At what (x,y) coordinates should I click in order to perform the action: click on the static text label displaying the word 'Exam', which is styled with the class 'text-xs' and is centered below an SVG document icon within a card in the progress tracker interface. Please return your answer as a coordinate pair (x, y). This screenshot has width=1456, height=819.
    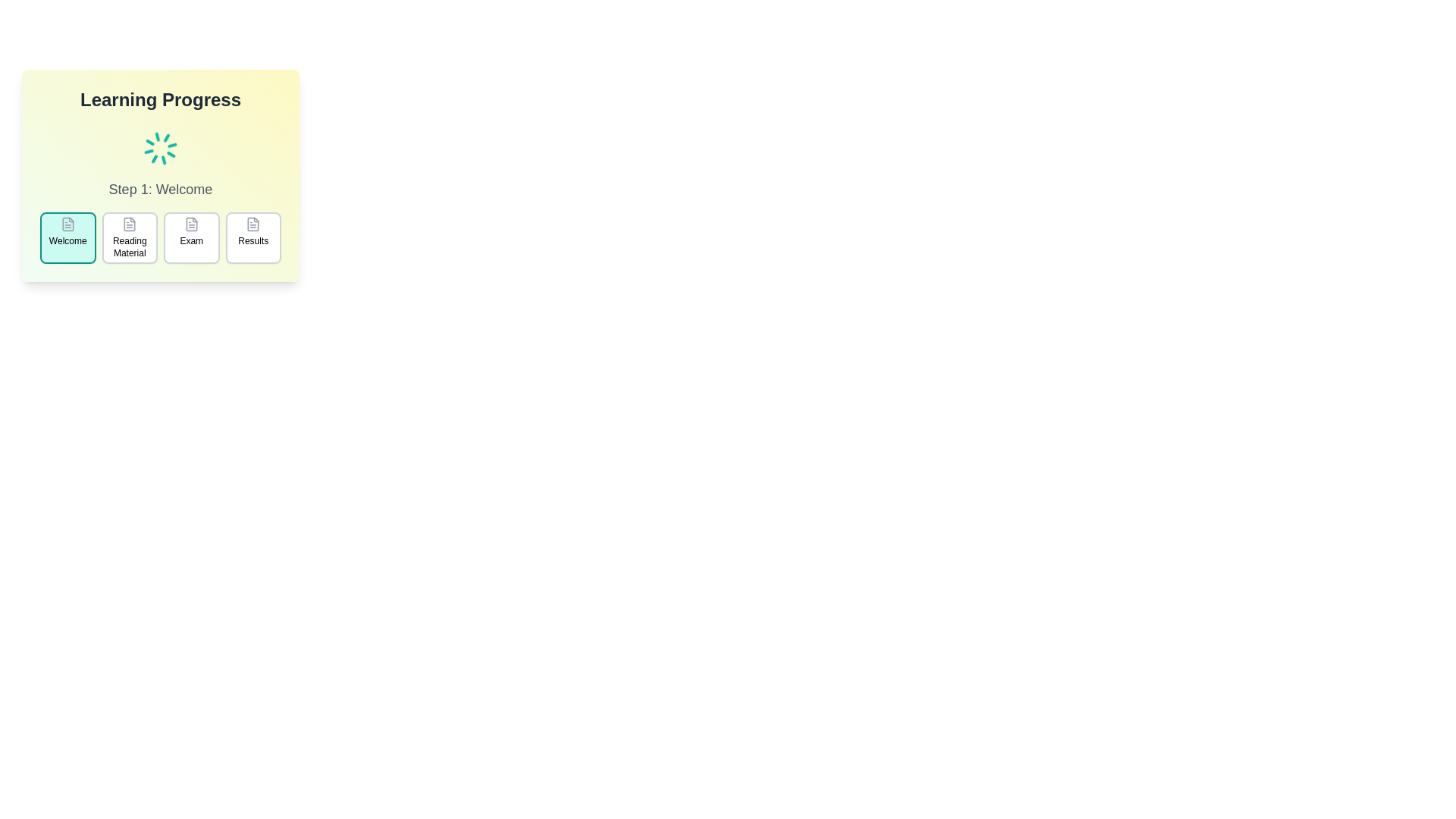
    Looking at the image, I should click on (190, 240).